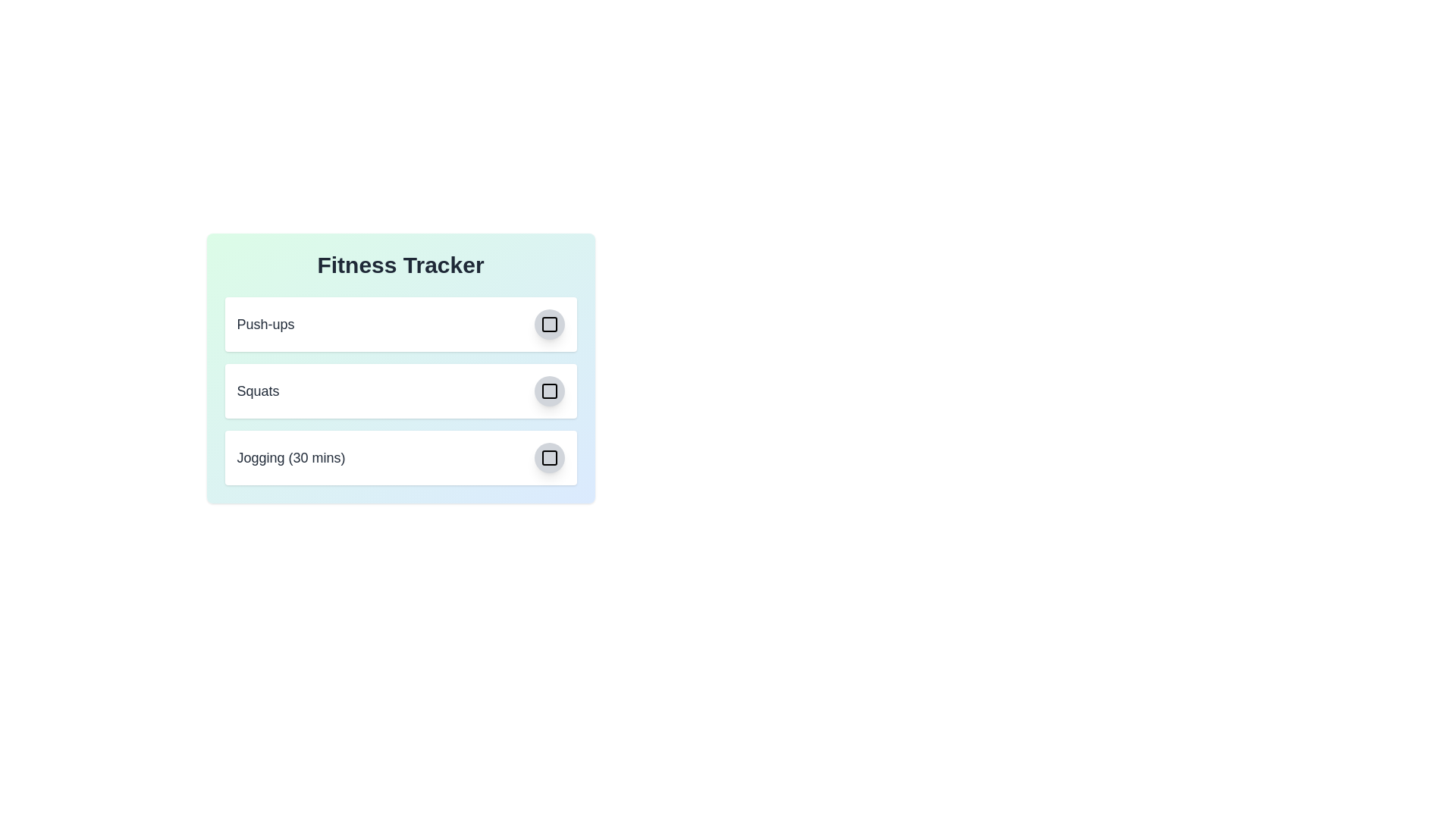 This screenshot has width=1456, height=819. What do you see at coordinates (548, 457) in the screenshot?
I see `the checkbox icon corresponding to the exercise Jogging (30 mins) to toggle its completion status` at bounding box center [548, 457].